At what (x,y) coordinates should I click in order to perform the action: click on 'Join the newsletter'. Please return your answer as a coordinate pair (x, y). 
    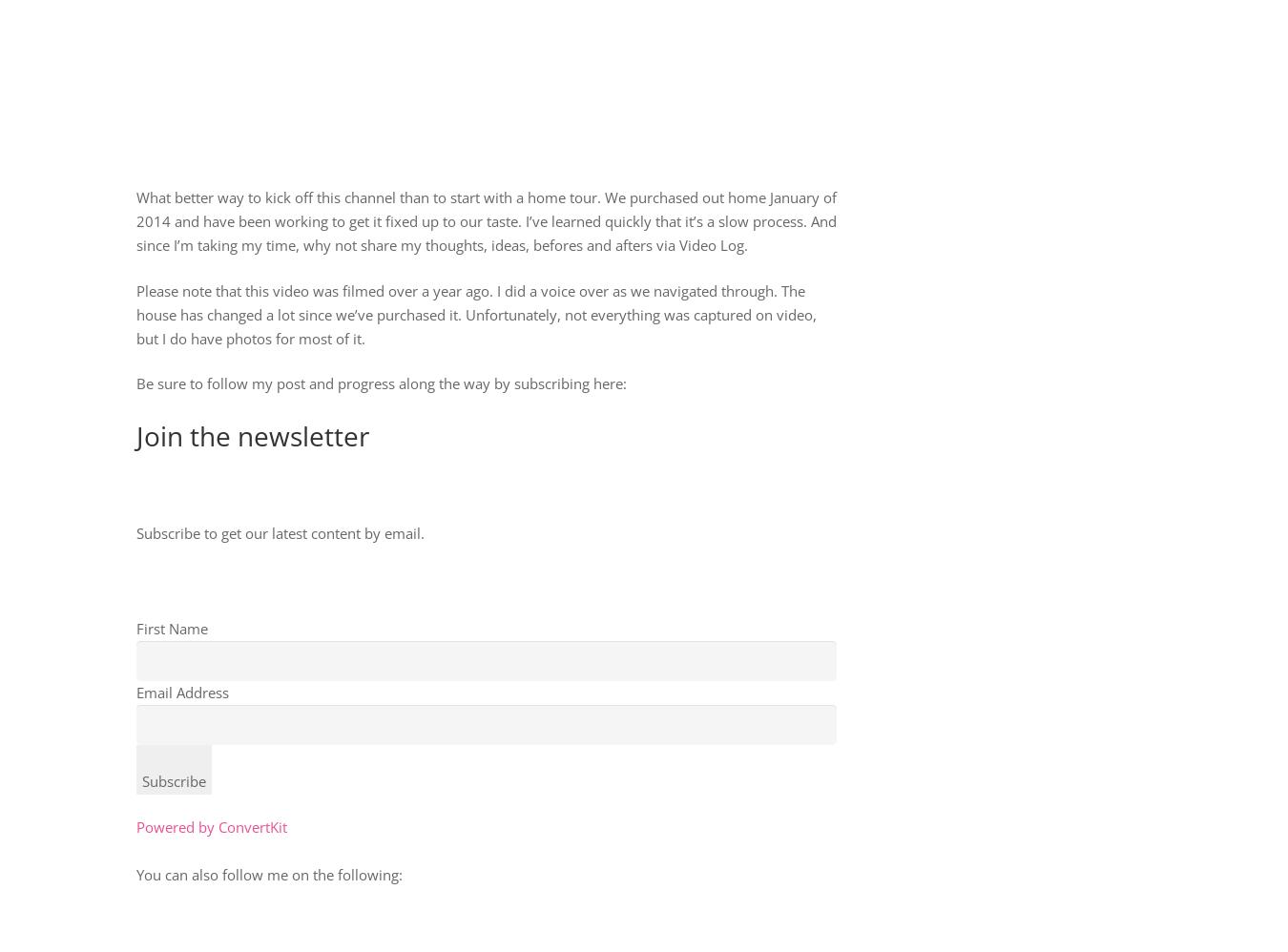
    Looking at the image, I should click on (251, 433).